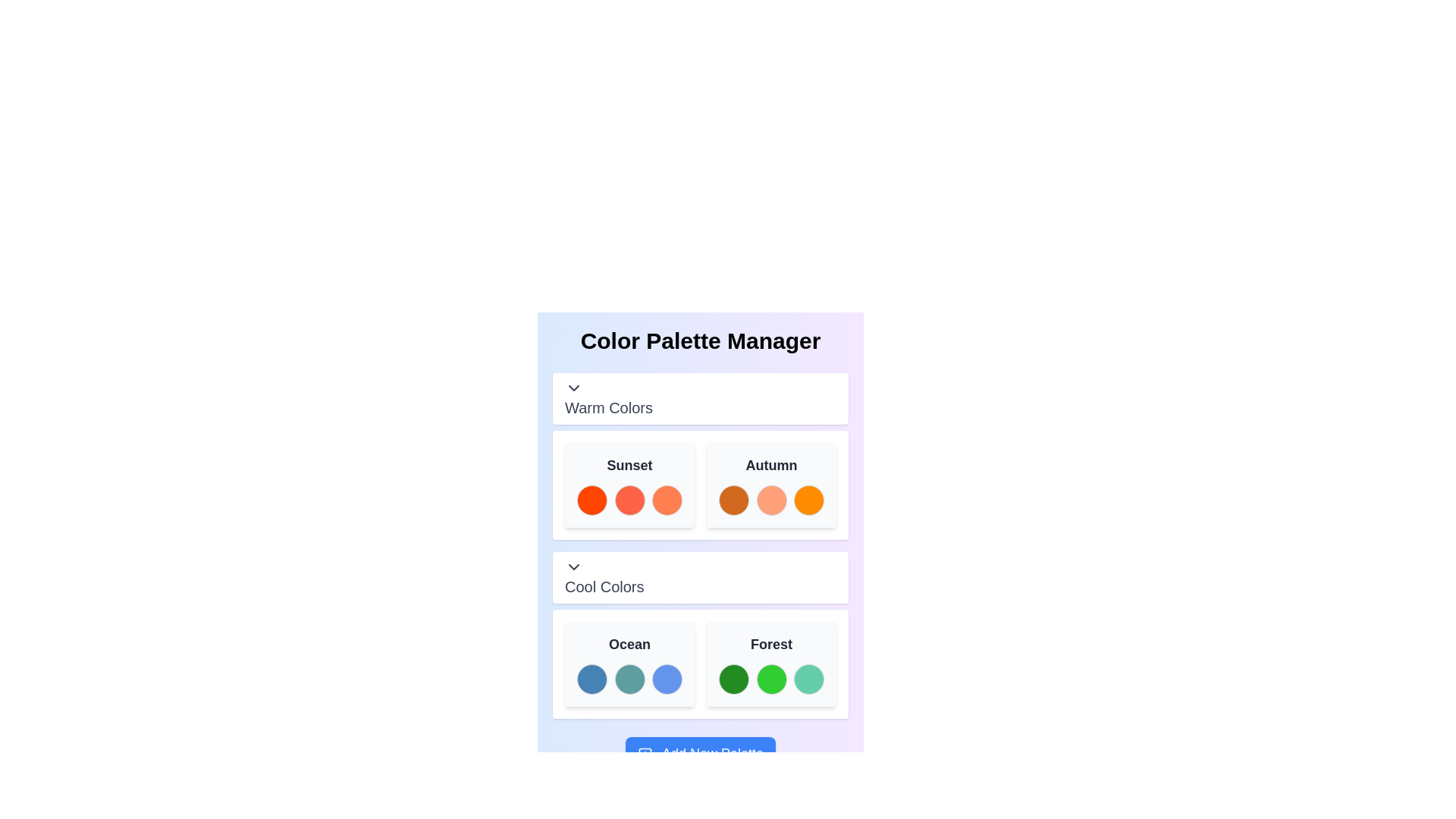  What do you see at coordinates (771, 663) in the screenshot?
I see `the 'Forest' color palette card` at bounding box center [771, 663].